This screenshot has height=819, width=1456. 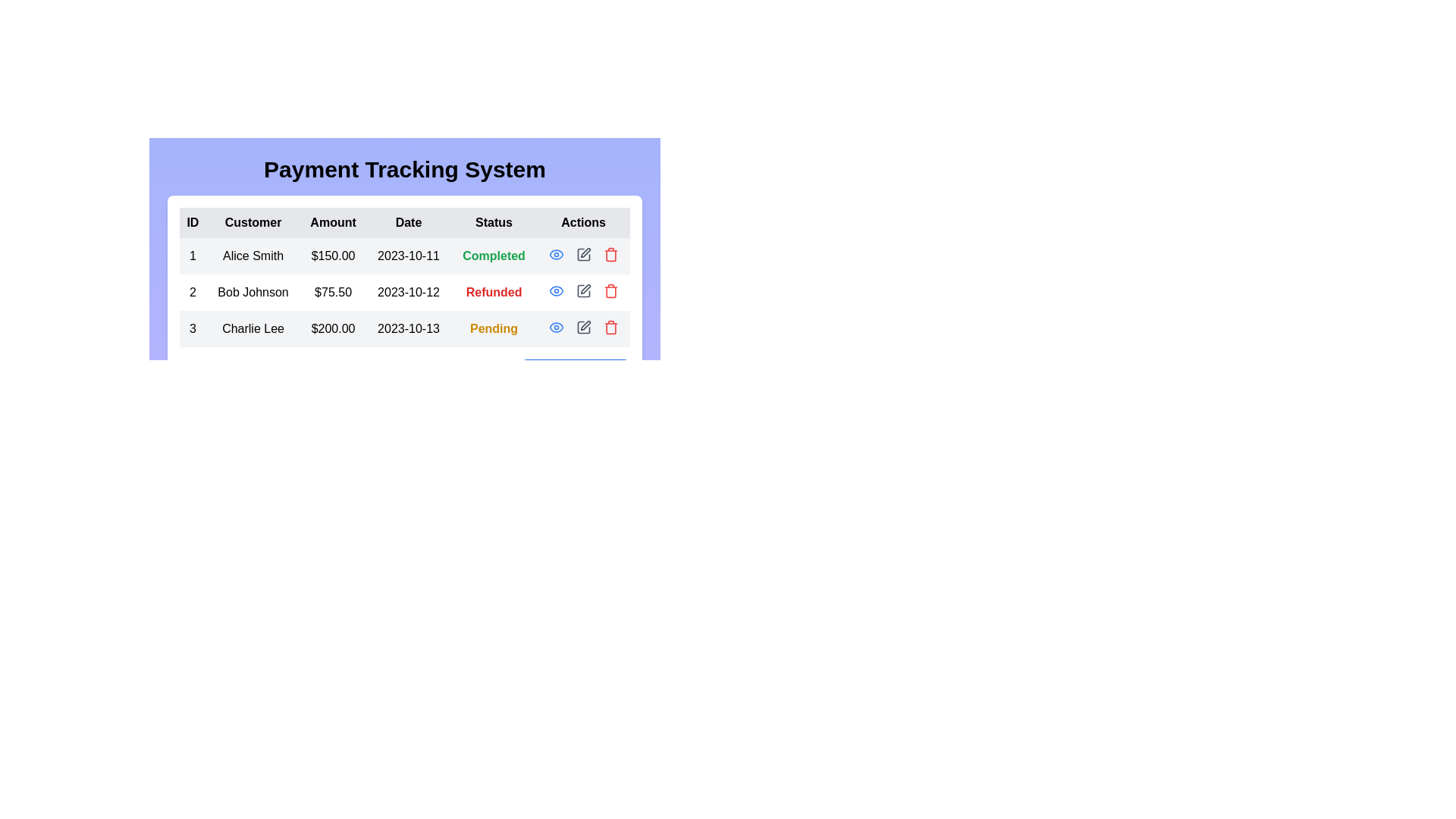 What do you see at coordinates (332, 292) in the screenshot?
I see `the Text Display element that shows the amount '$75.50' for the payment transaction associated with 'Bob Johnson'` at bounding box center [332, 292].